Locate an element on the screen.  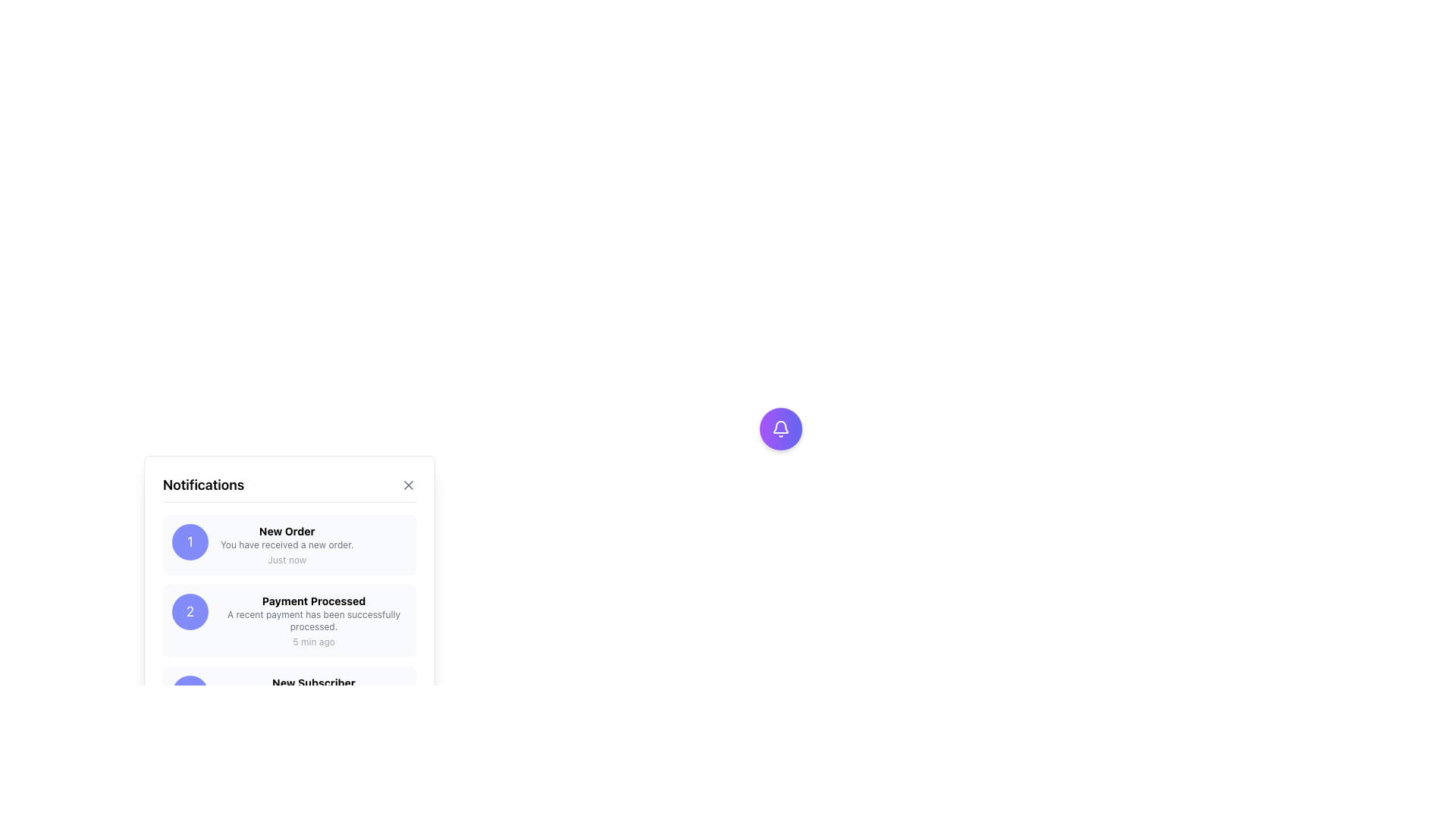
the second notification item titled 'Payment Processed' to bring up a context menu is located at coordinates (290, 620).